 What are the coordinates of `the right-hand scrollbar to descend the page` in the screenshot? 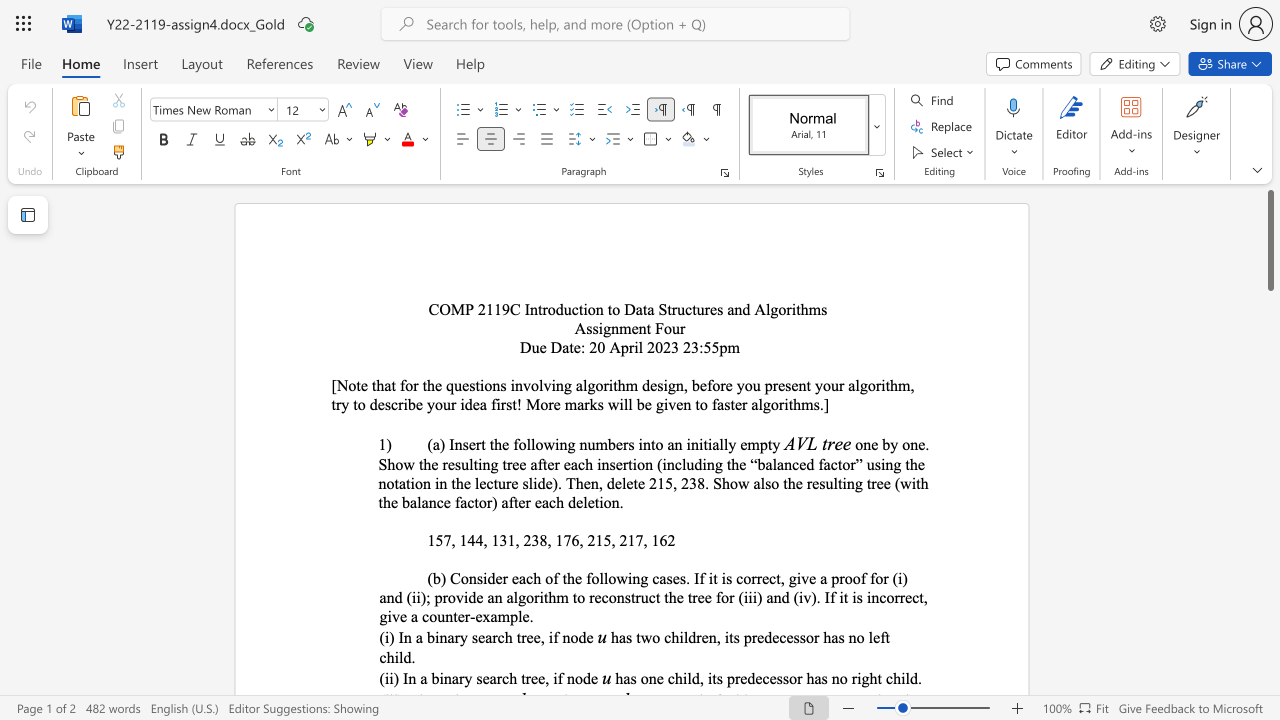 It's located at (1269, 518).